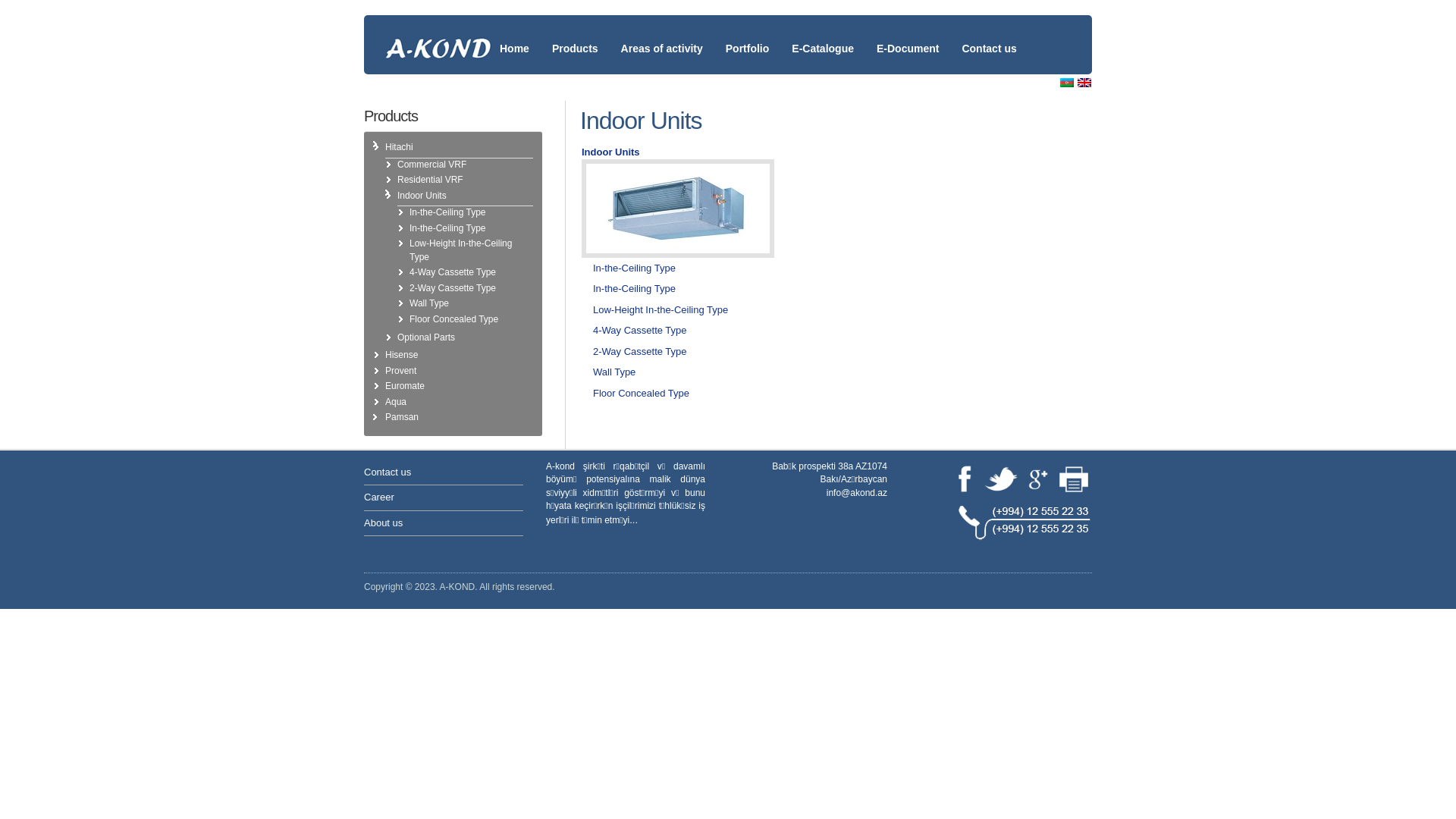 The width and height of the screenshot is (1456, 819). I want to click on '...', so click(633, 519).